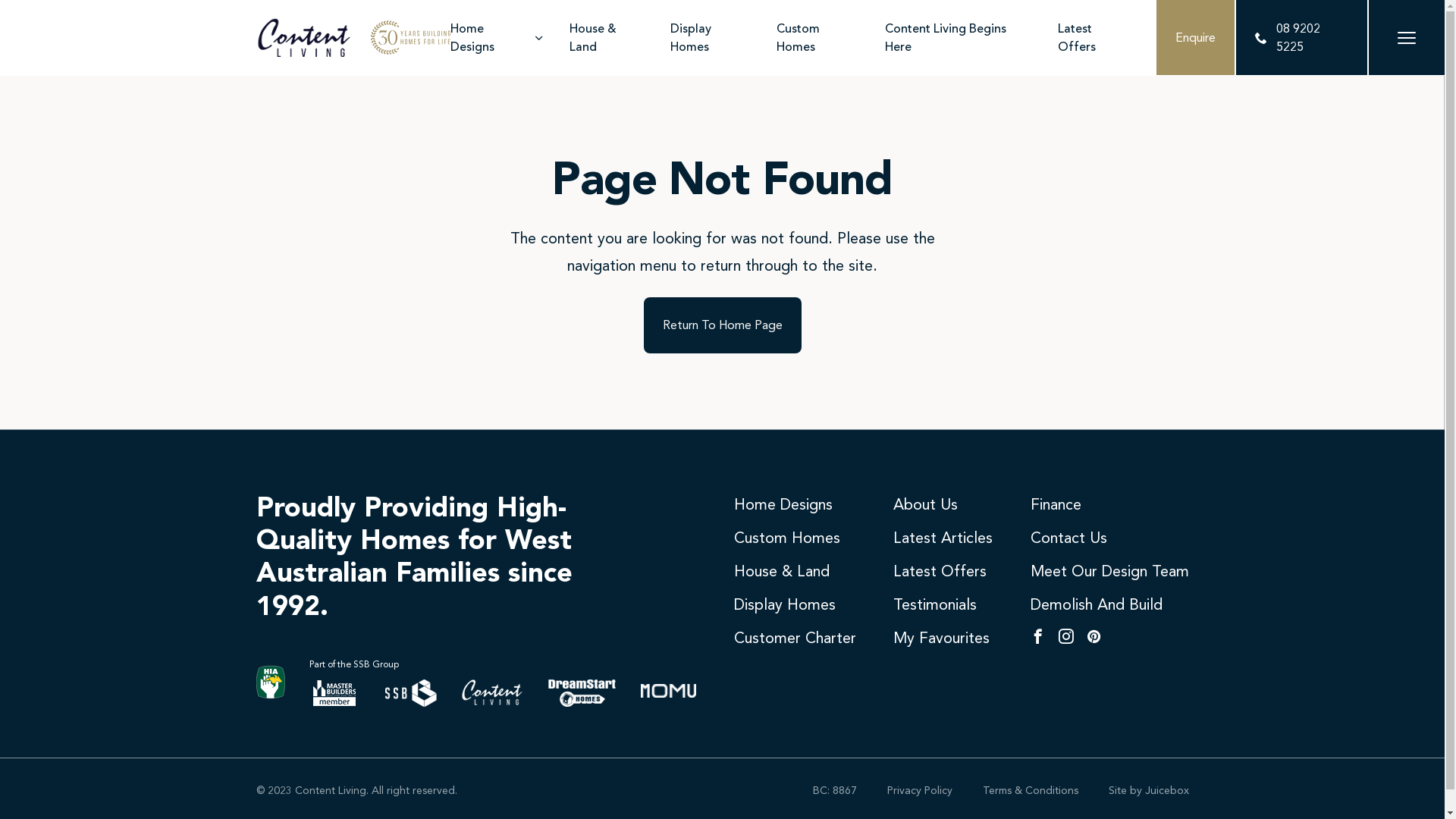  I want to click on 'Finance', so click(1054, 504).